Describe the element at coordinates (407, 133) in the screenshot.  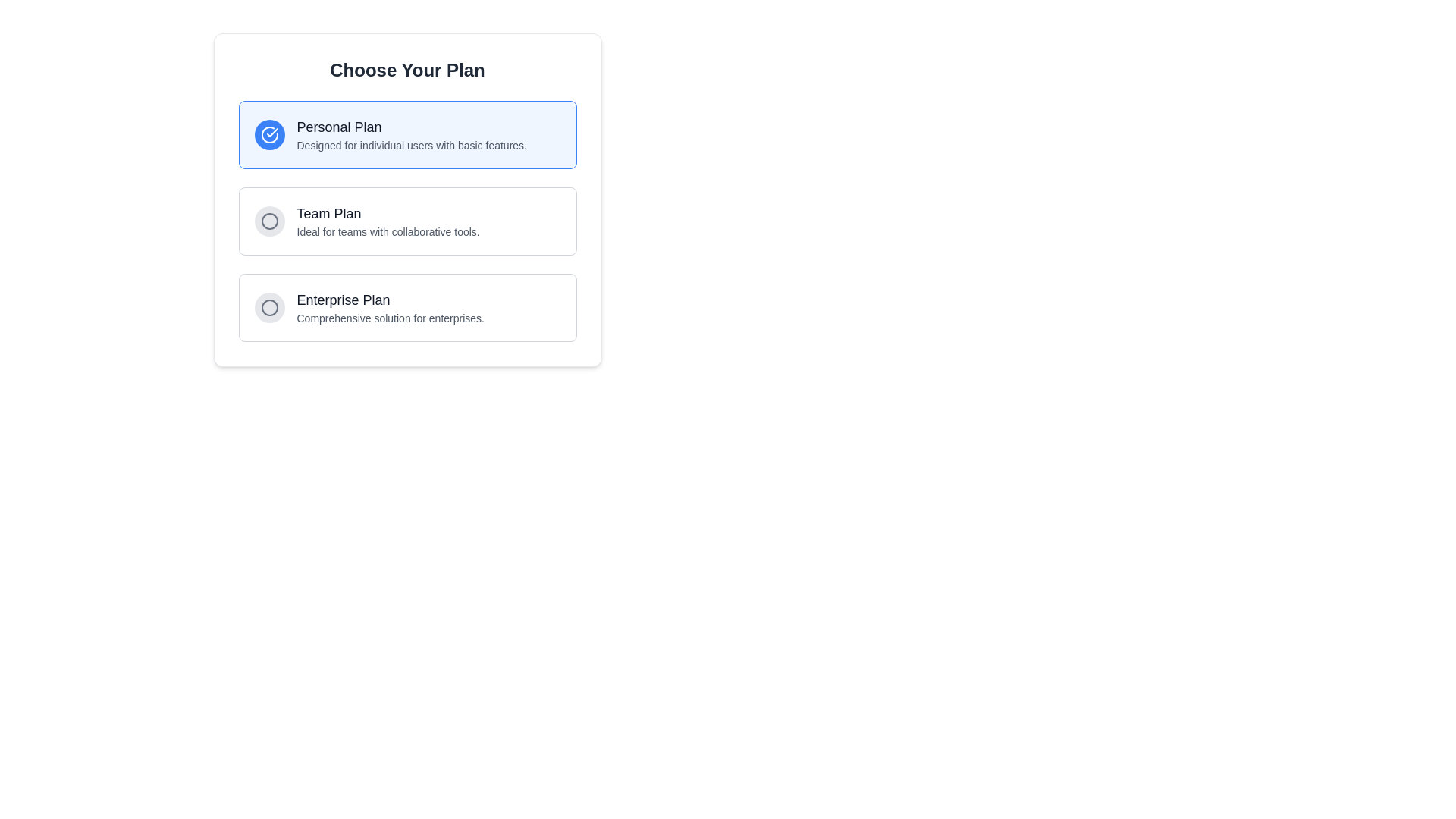
I see `the 'Personal Plan' button, which is the first option in a vertical list of plans` at that location.